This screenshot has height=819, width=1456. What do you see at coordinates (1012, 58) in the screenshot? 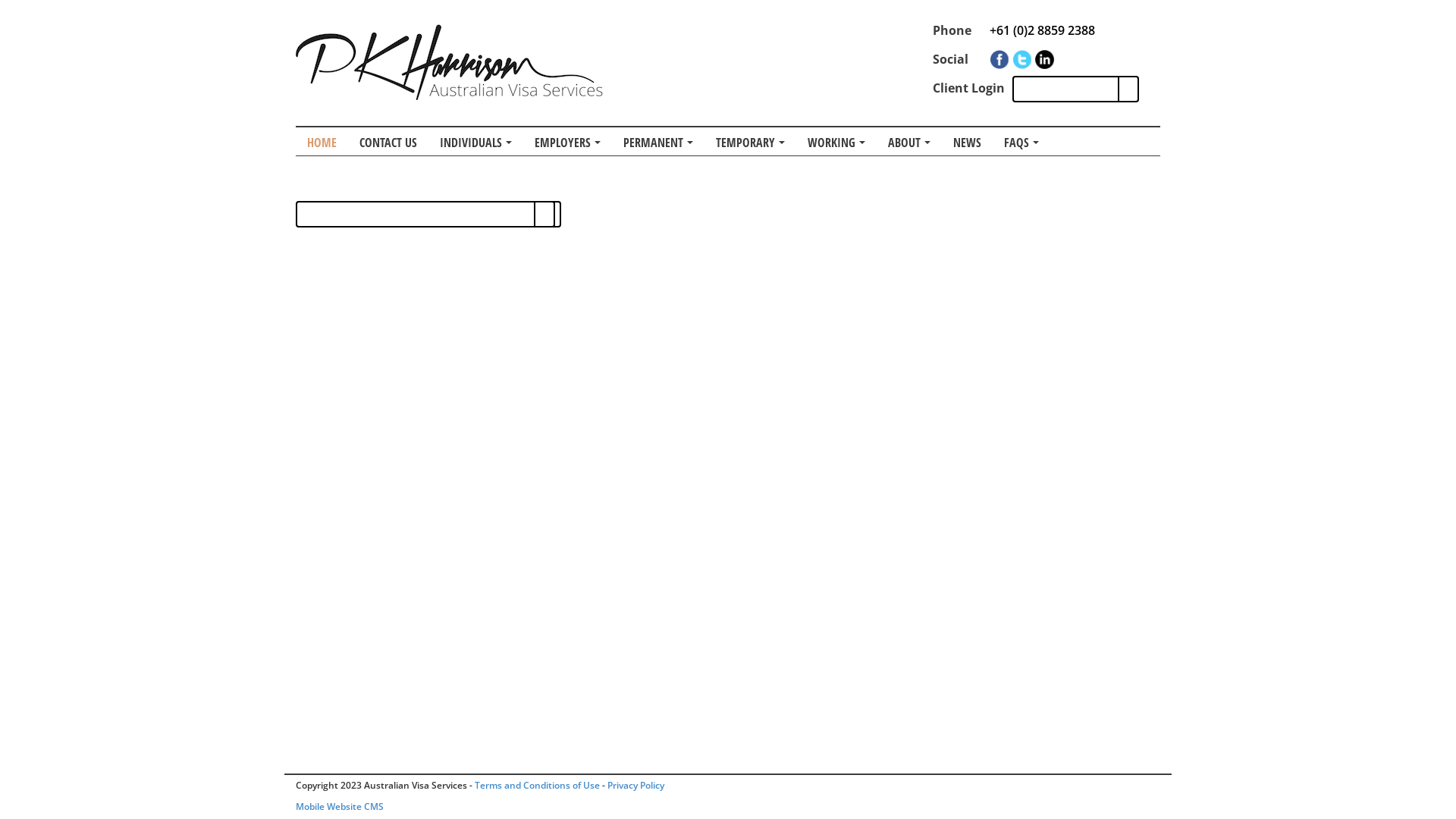
I see `'Twitter'` at bounding box center [1012, 58].